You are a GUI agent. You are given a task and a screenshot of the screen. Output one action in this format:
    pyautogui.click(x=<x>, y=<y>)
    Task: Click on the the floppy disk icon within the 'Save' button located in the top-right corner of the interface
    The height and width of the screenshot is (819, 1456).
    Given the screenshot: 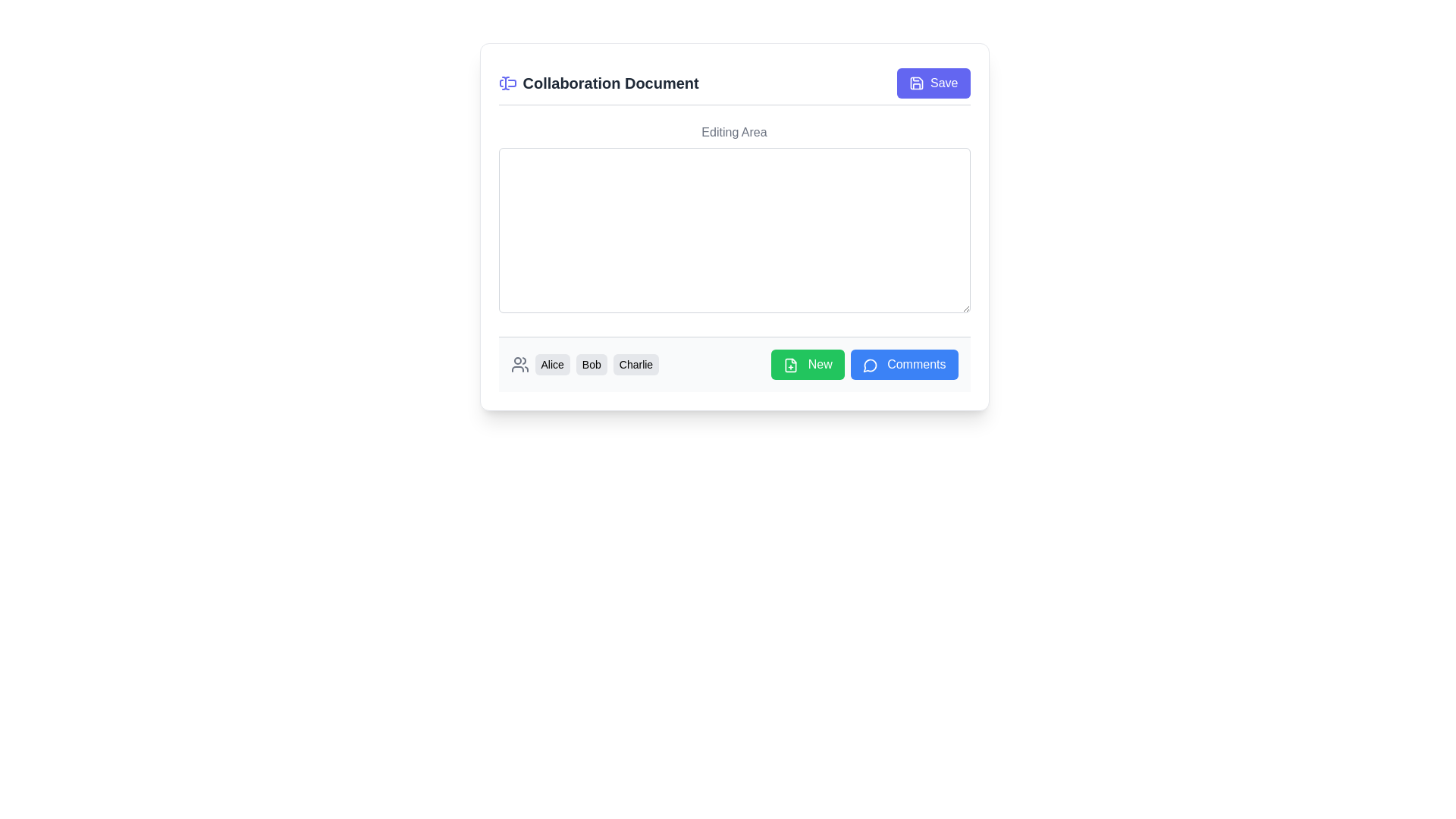 What is the action you would take?
    pyautogui.click(x=916, y=83)
    